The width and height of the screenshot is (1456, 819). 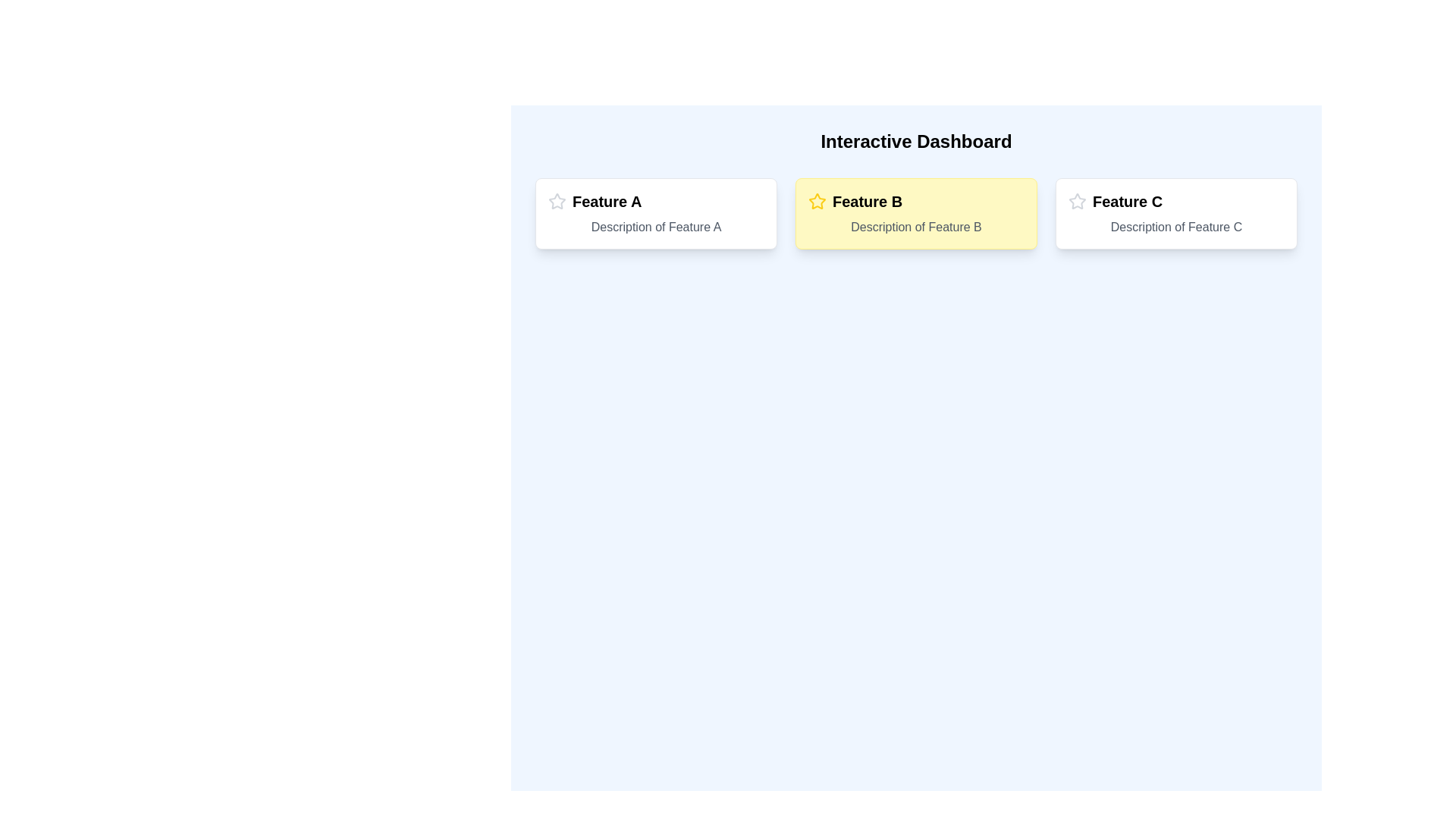 What do you see at coordinates (656, 213) in the screenshot?
I see `the first card in the grid layout` at bounding box center [656, 213].